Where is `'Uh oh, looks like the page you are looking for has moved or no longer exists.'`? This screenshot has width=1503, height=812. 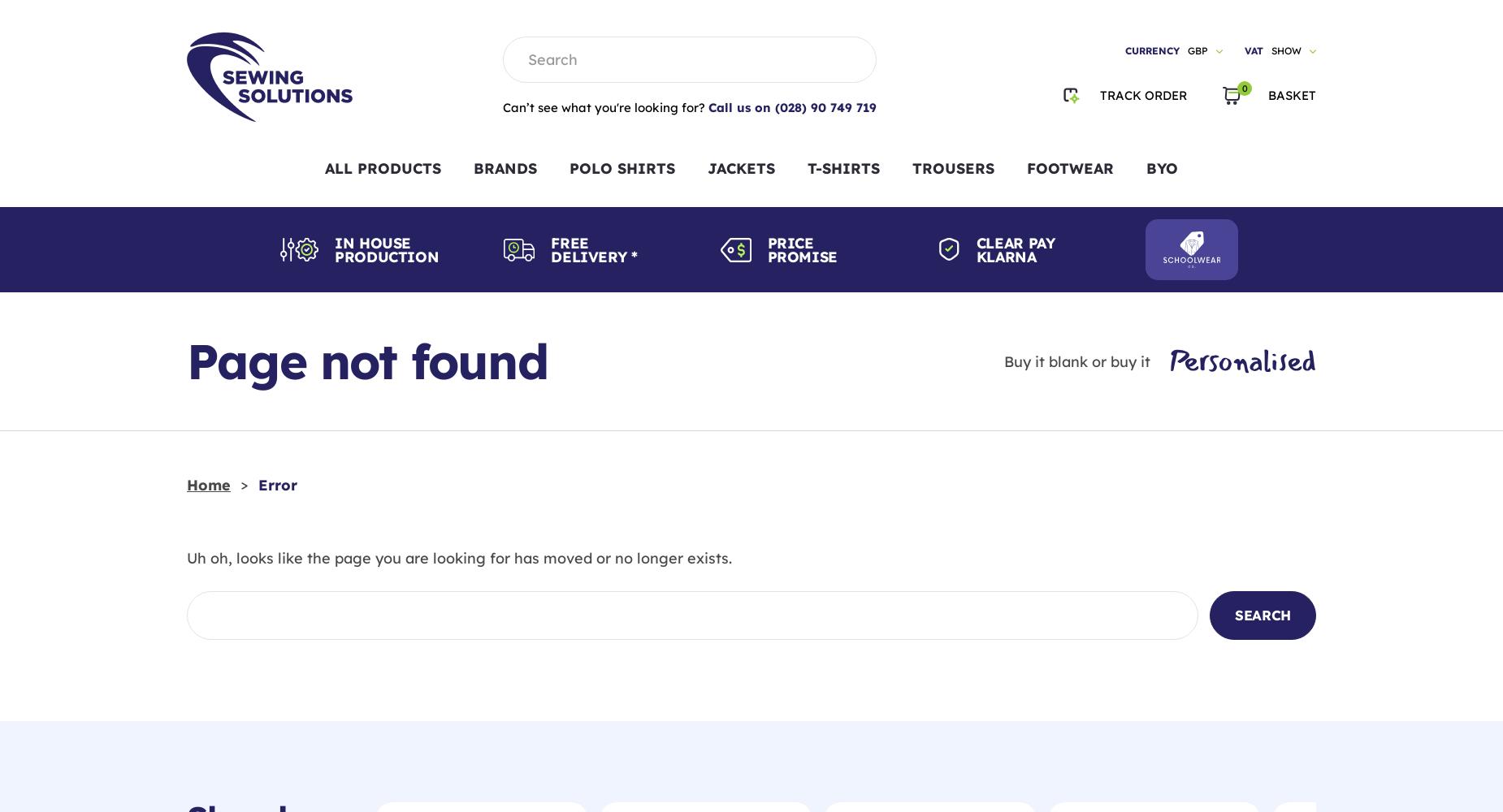 'Uh oh, looks like the page you are looking for has moved or no longer exists.' is located at coordinates (459, 558).